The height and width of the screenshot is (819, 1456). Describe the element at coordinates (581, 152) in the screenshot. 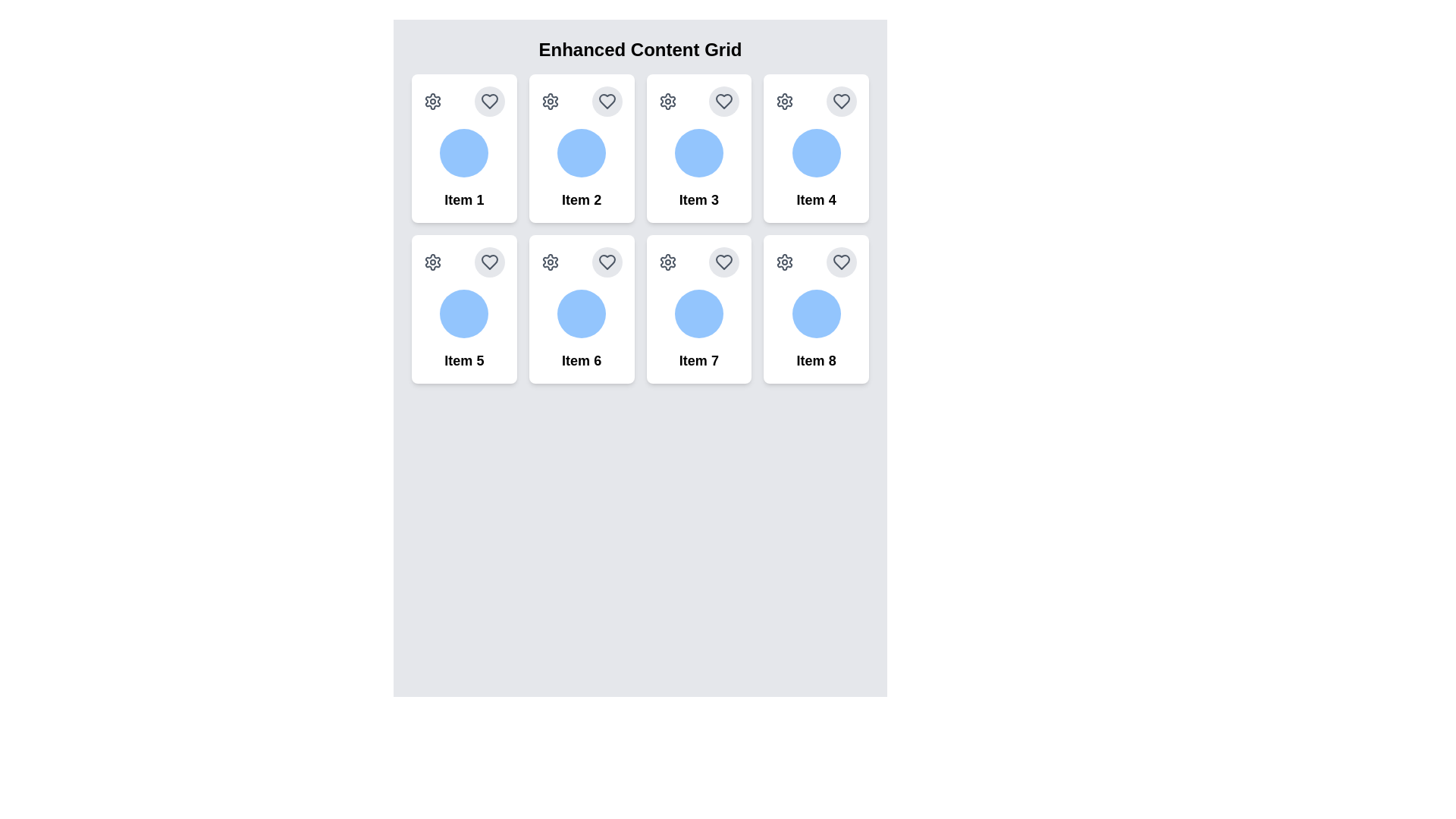

I see `the circular blue Decorative UI component located within the 'Item 2' card, positioned in the top row and second column of the grid layout` at that location.